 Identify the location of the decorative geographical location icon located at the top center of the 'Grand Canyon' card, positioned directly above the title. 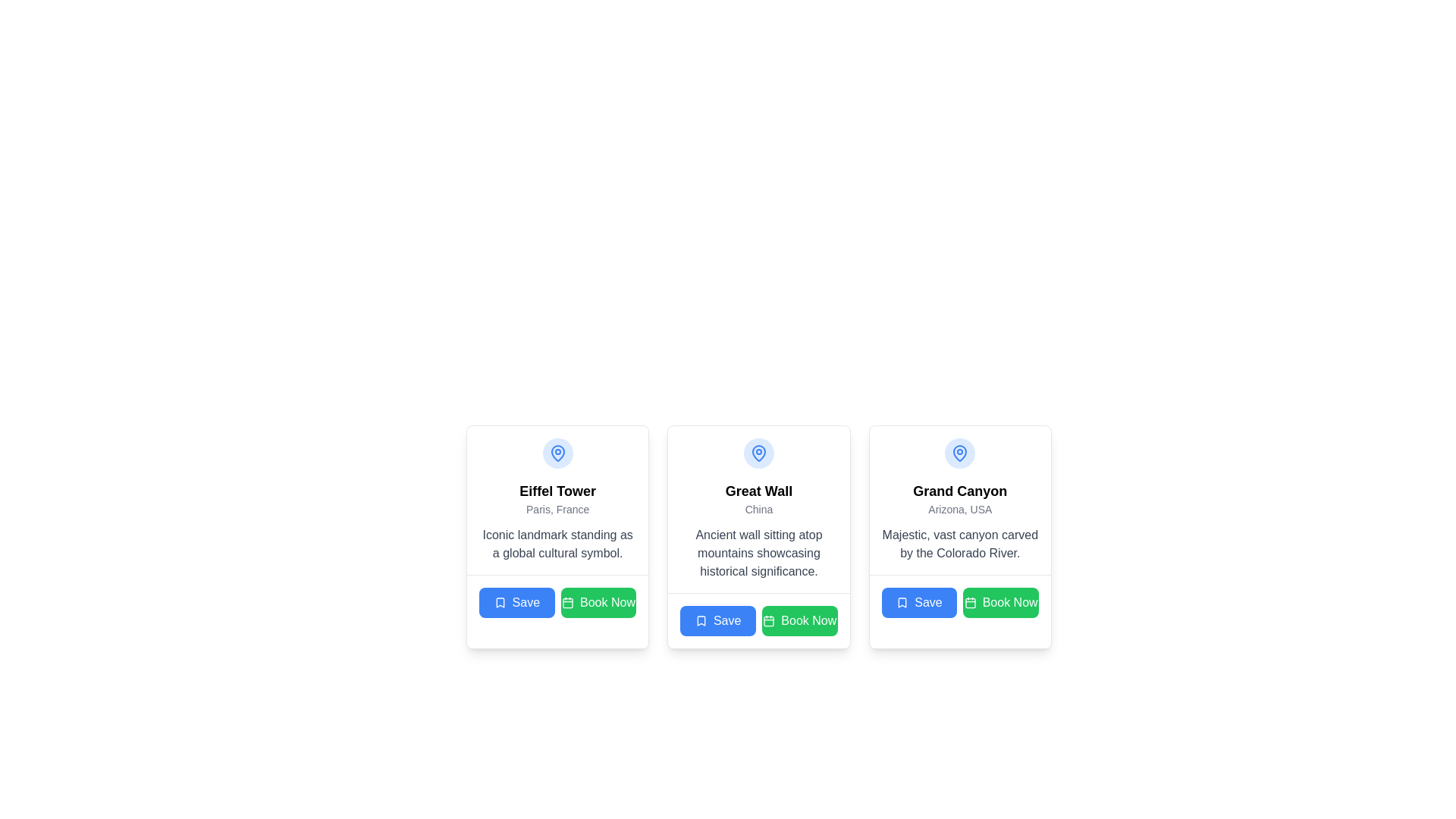
(959, 452).